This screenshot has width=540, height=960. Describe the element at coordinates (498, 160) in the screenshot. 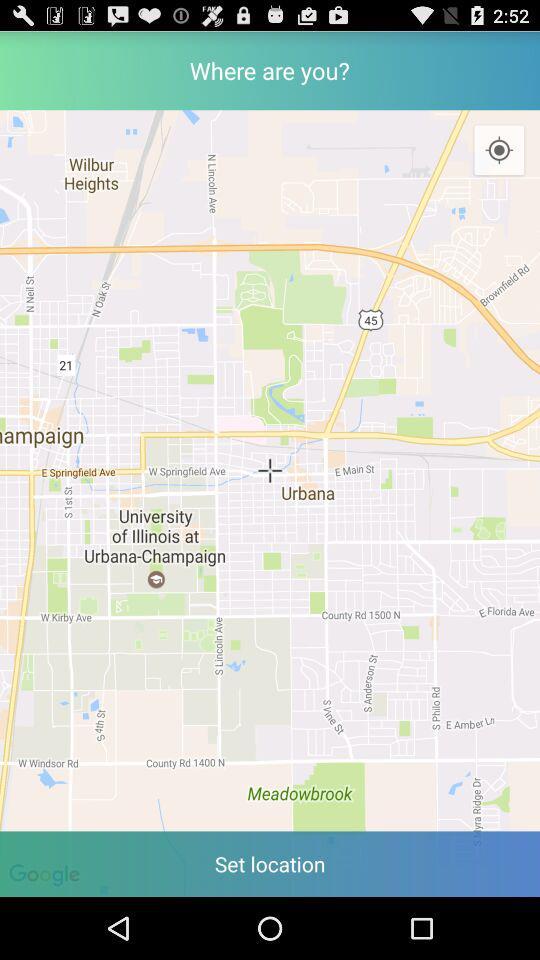

I see `the location_crosshair icon` at that location.